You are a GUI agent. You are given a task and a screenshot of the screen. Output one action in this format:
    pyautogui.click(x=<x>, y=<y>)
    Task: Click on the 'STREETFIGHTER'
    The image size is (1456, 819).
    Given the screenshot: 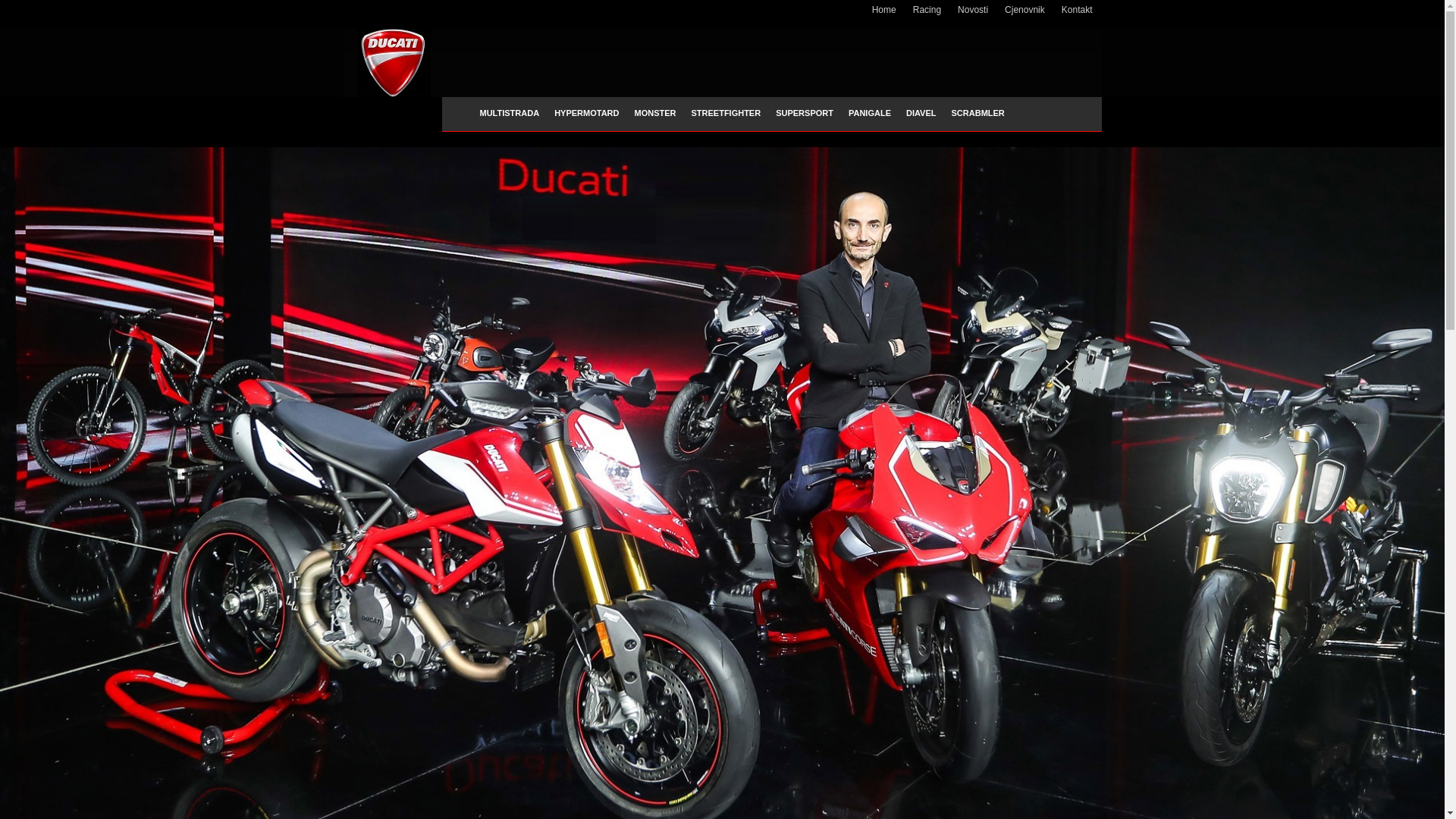 What is the action you would take?
    pyautogui.click(x=724, y=112)
    